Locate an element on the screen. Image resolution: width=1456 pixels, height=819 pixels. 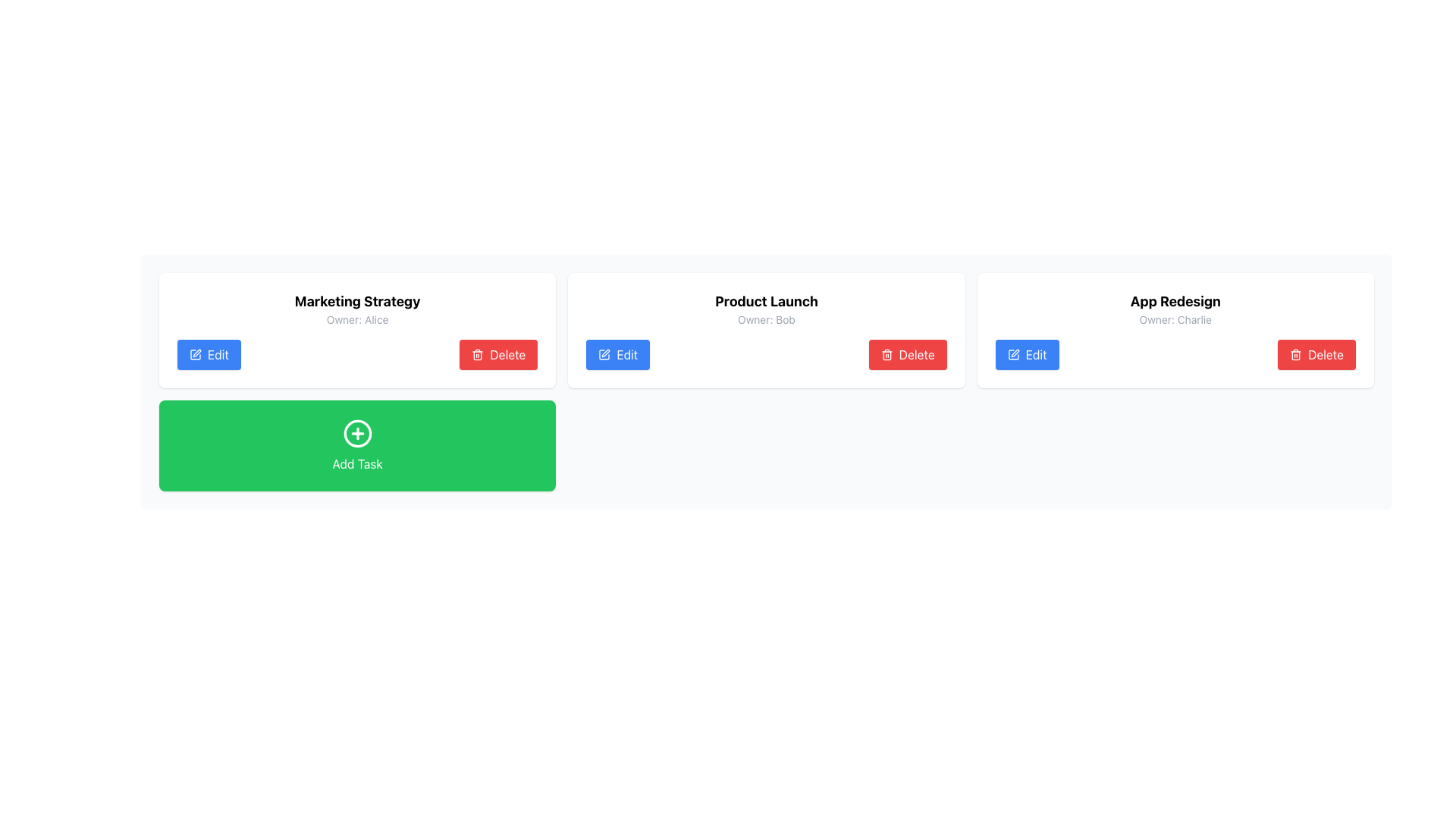
the text label that reads 'Marketing Strategy', which is styled with a bold and large font, positioned at the top center of a rectangular card is located at coordinates (356, 301).